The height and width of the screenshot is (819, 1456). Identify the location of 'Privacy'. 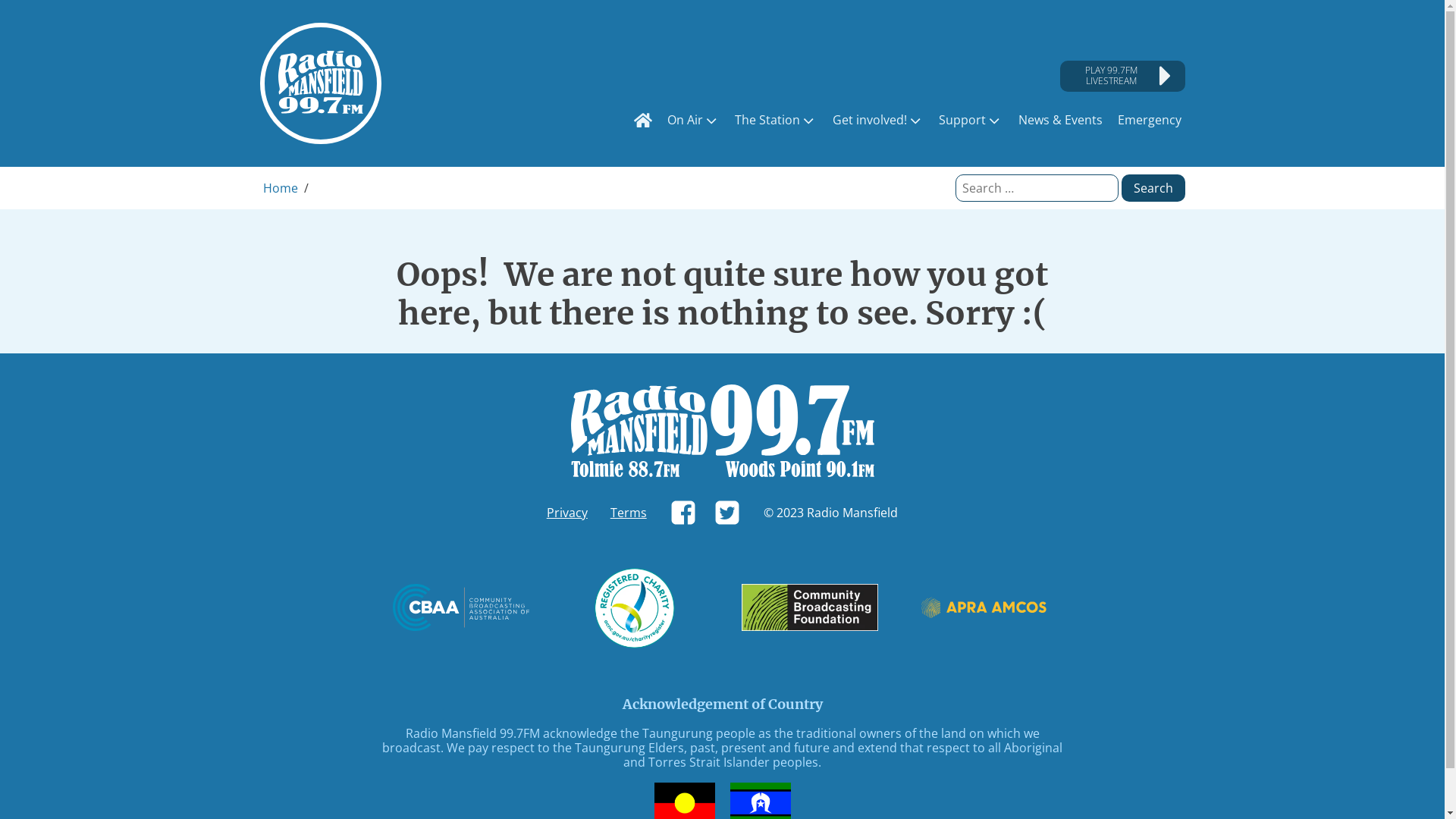
(566, 512).